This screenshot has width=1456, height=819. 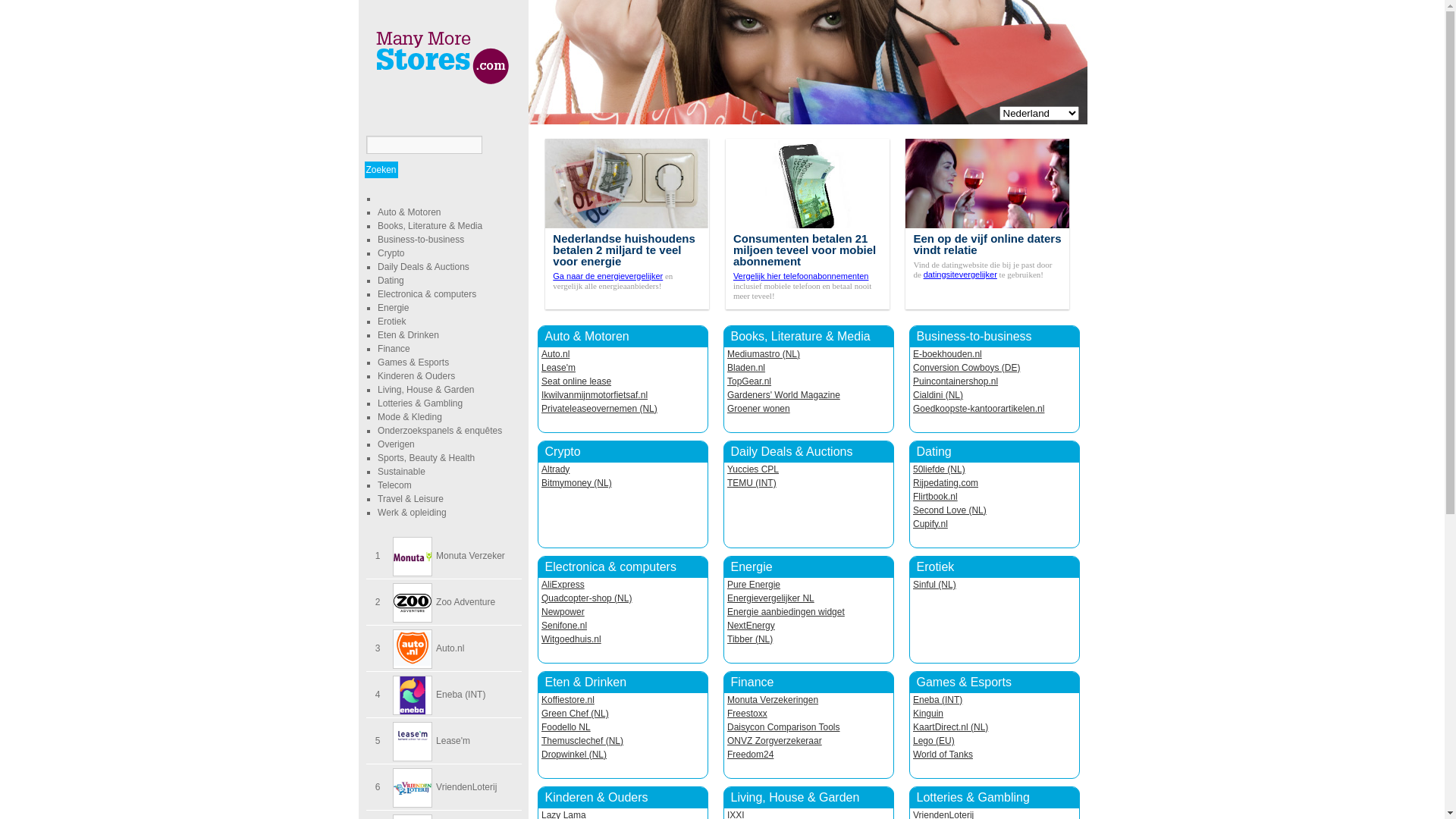 What do you see at coordinates (416, 375) in the screenshot?
I see `'Kinderen & Ouders'` at bounding box center [416, 375].